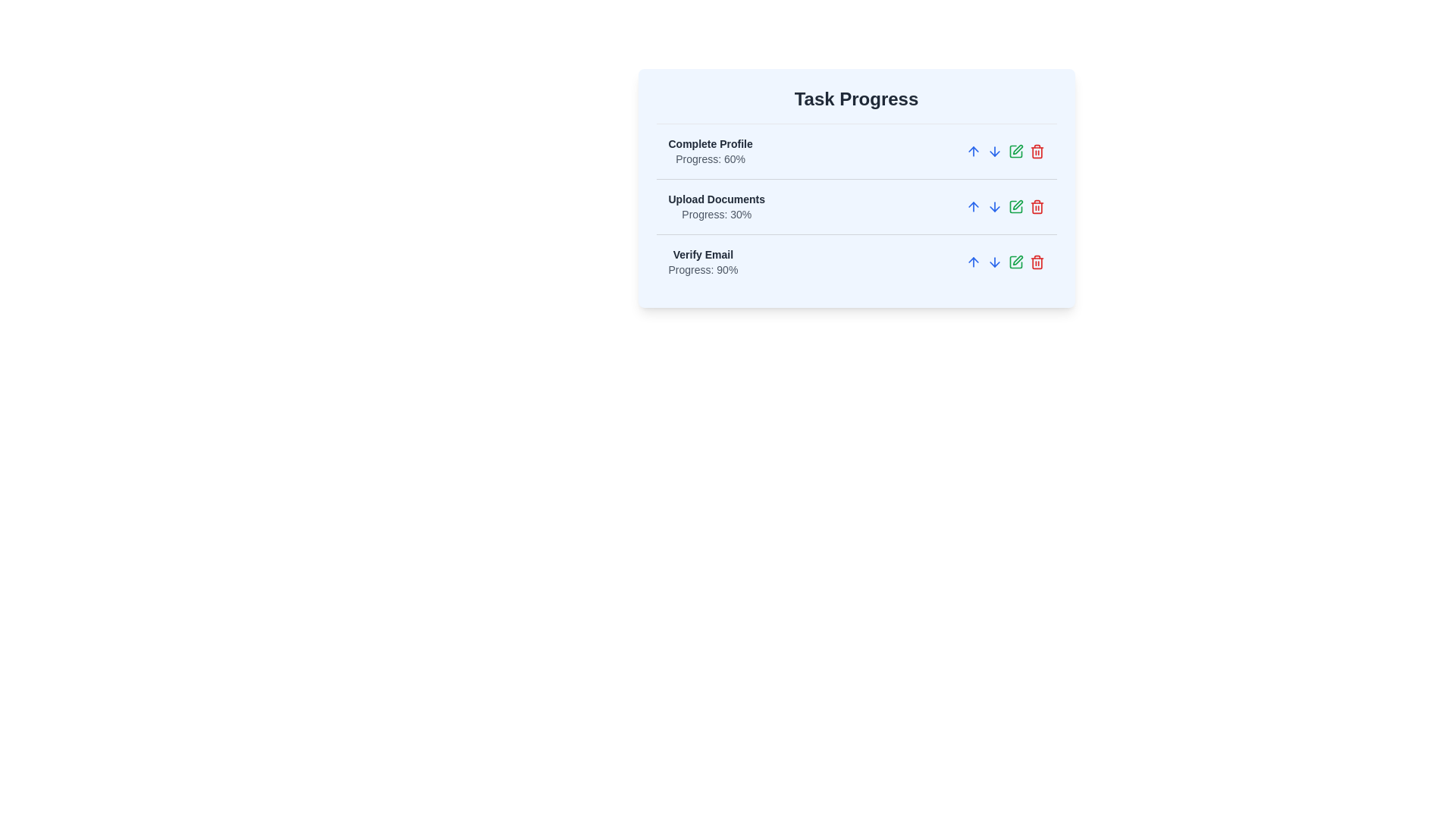  I want to click on the red trash icon button, which signifies a delete action and is positioned at the end of the second row of action icons, so click(1036, 207).